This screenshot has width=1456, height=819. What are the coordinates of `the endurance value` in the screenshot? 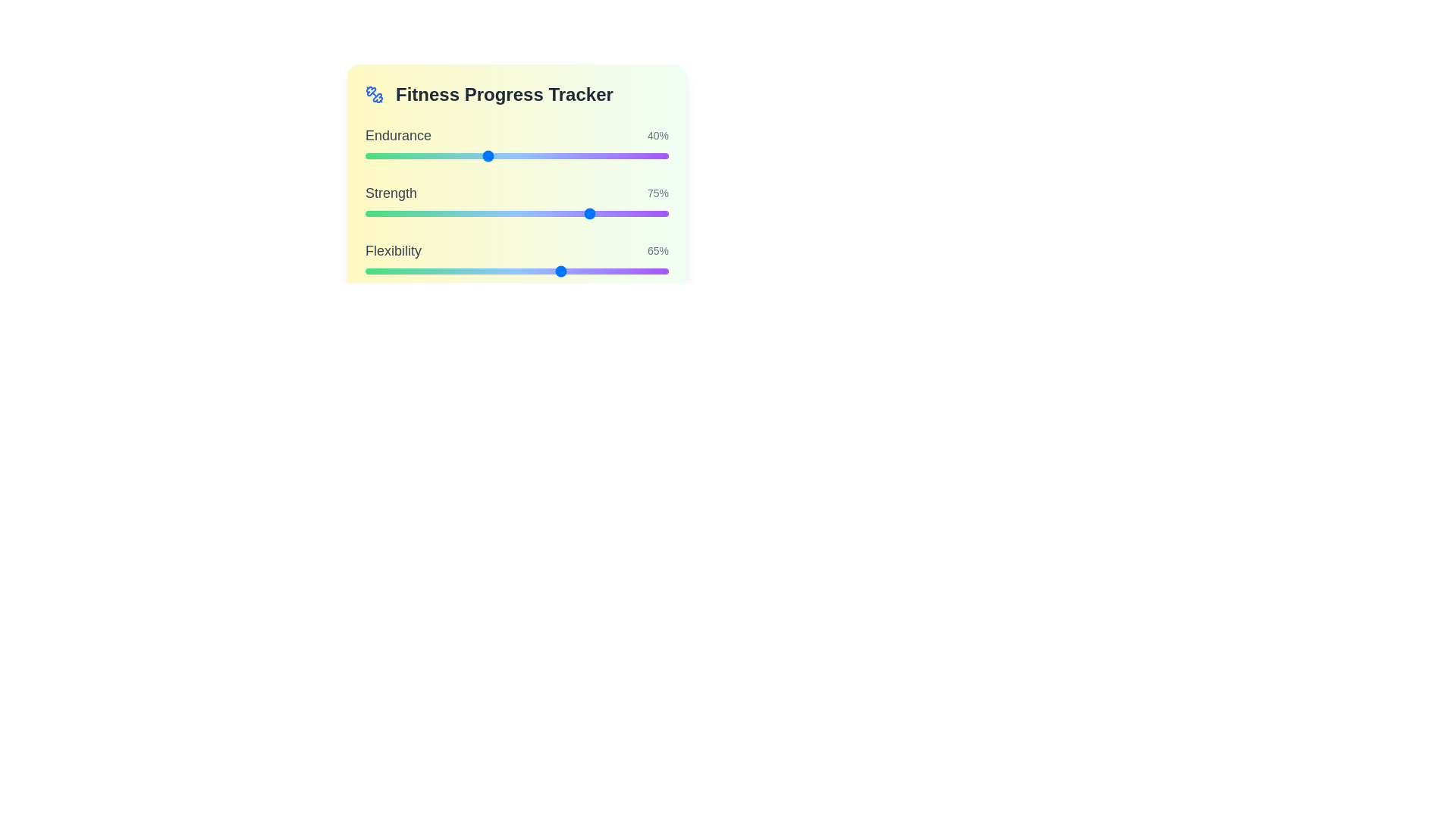 It's located at (414, 155).